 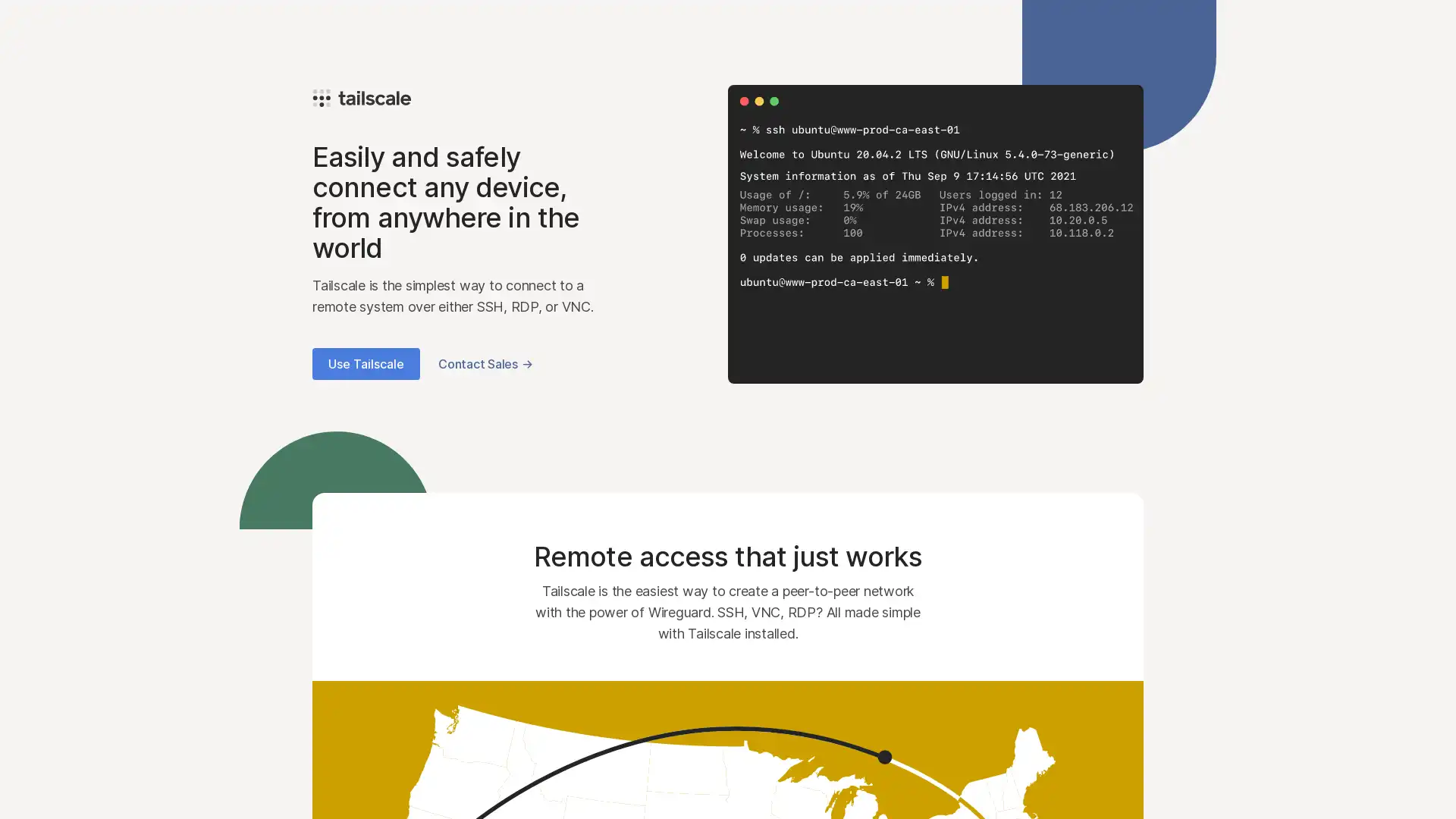 What do you see at coordinates (366, 363) in the screenshot?
I see `Use Tailscale` at bounding box center [366, 363].